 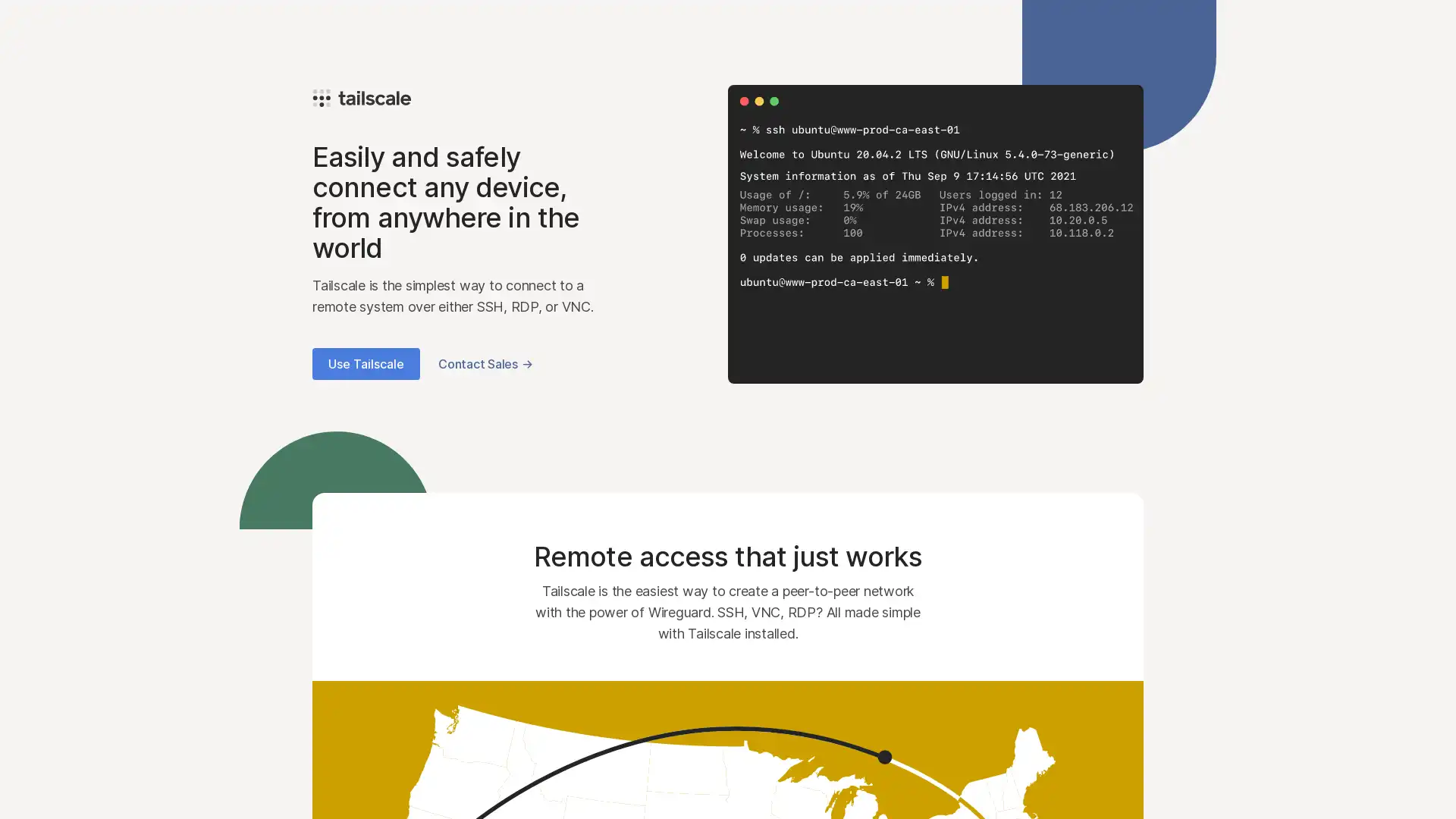 What do you see at coordinates (366, 363) in the screenshot?
I see `Use Tailscale` at bounding box center [366, 363].